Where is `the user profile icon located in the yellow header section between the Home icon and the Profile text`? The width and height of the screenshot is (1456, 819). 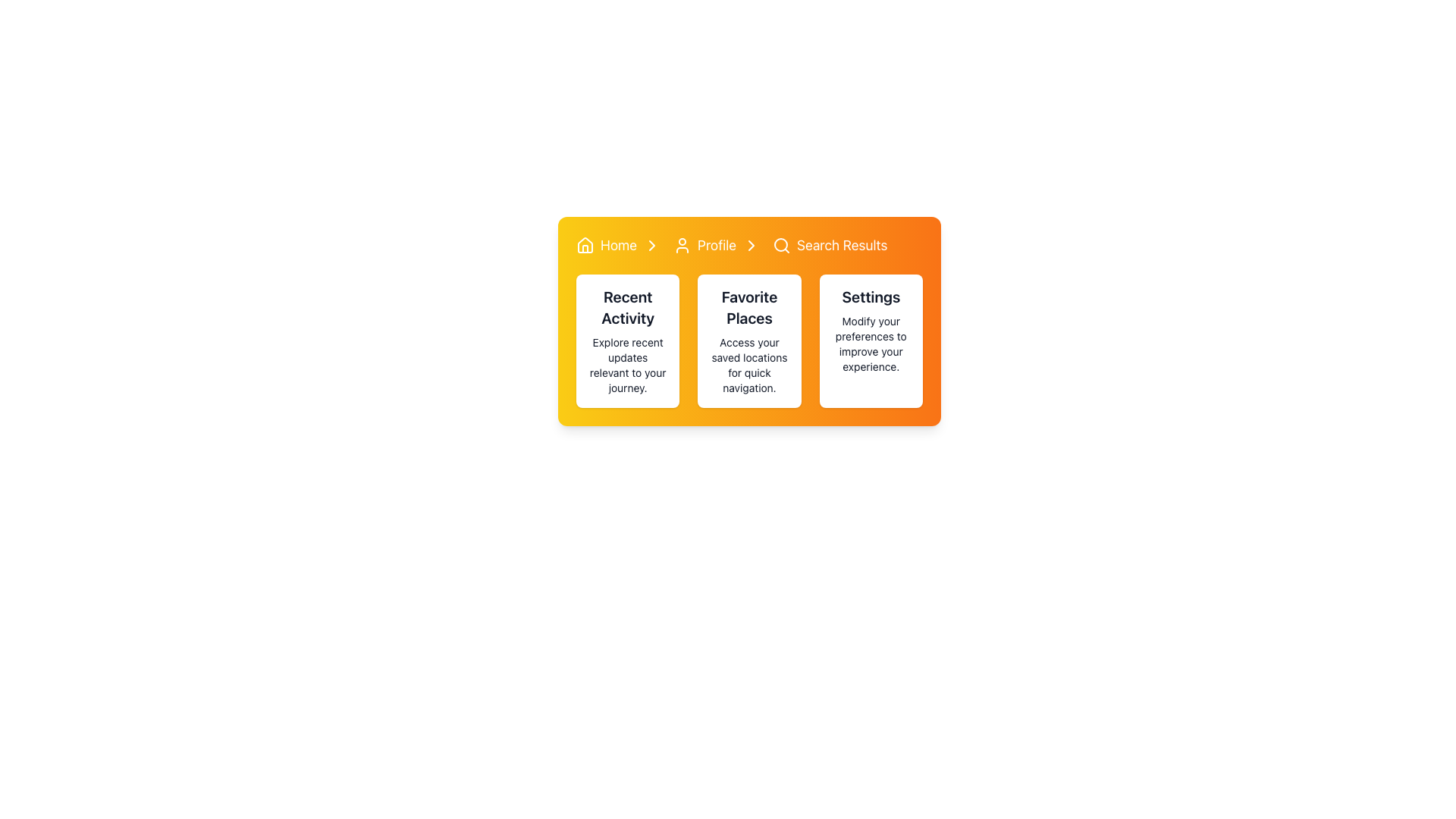
the user profile icon located in the yellow header section between the Home icon and the Profile text is located at coordinates (682, 245).